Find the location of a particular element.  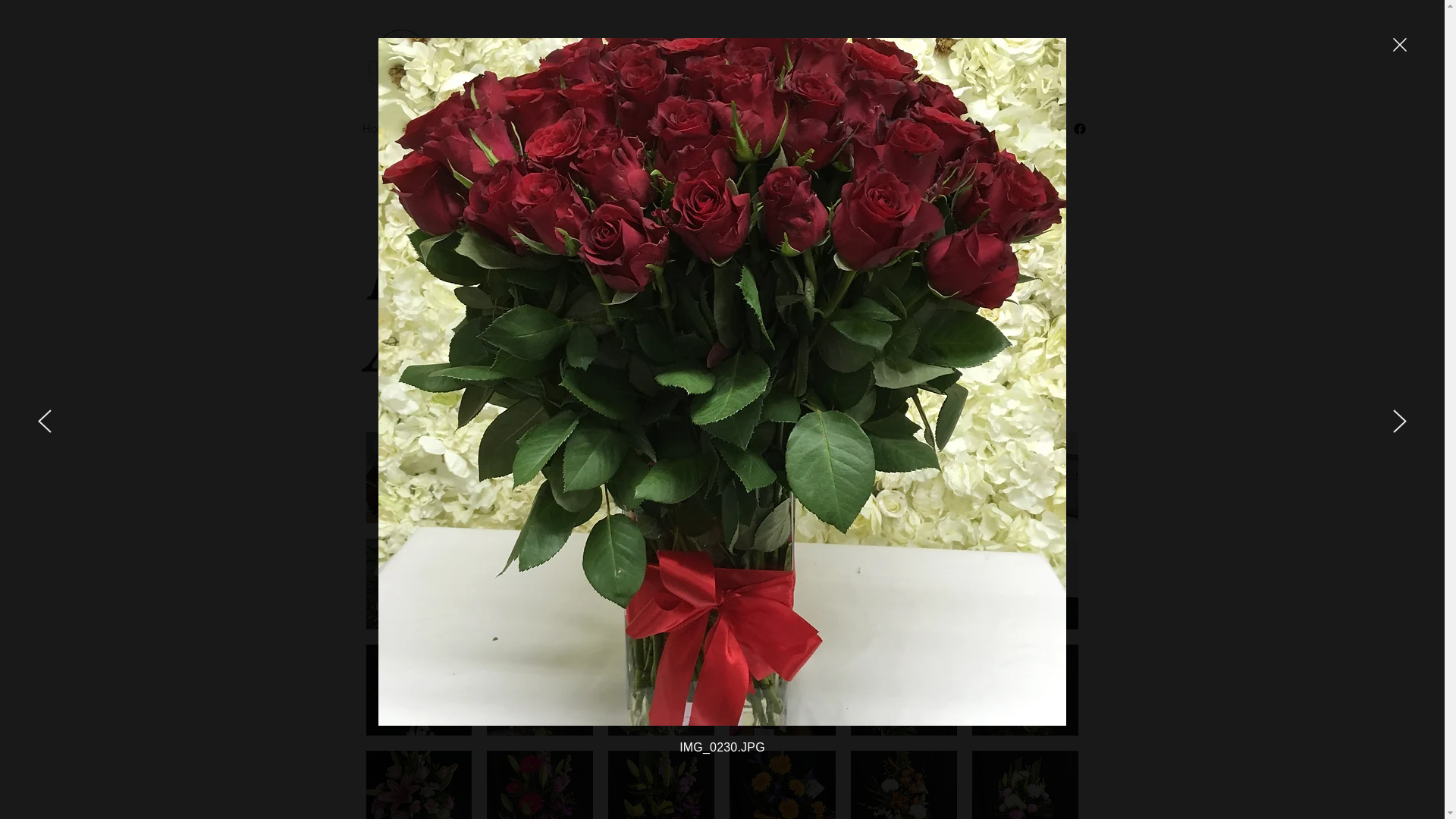

'Ceremonies' is located at coordinates (519, 127).